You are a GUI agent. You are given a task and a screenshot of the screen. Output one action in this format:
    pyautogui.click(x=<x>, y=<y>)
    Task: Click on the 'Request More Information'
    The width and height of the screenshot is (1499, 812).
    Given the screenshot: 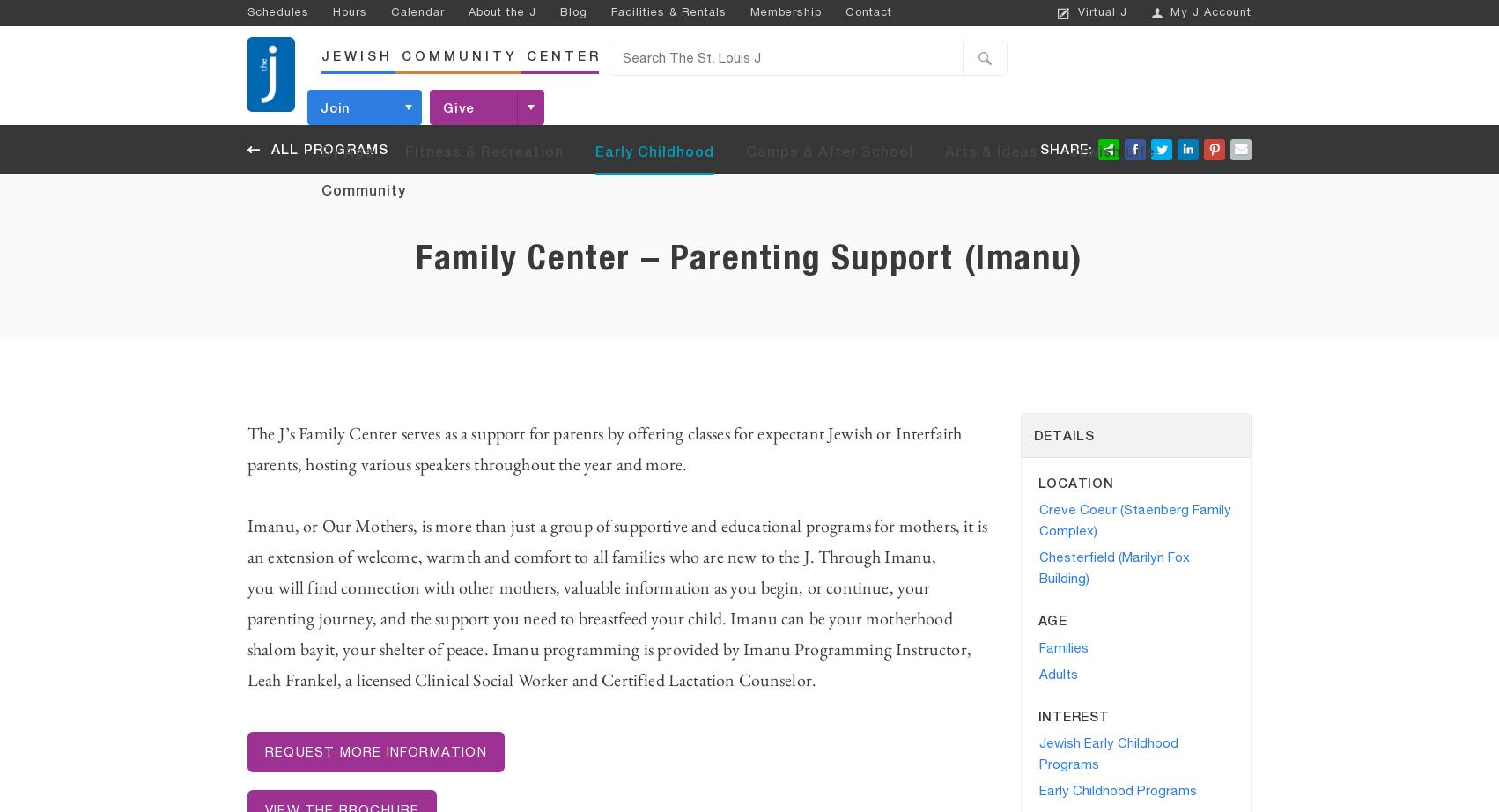 What is the action you would take?
    pyautogui.click(x=375, y=751)
    